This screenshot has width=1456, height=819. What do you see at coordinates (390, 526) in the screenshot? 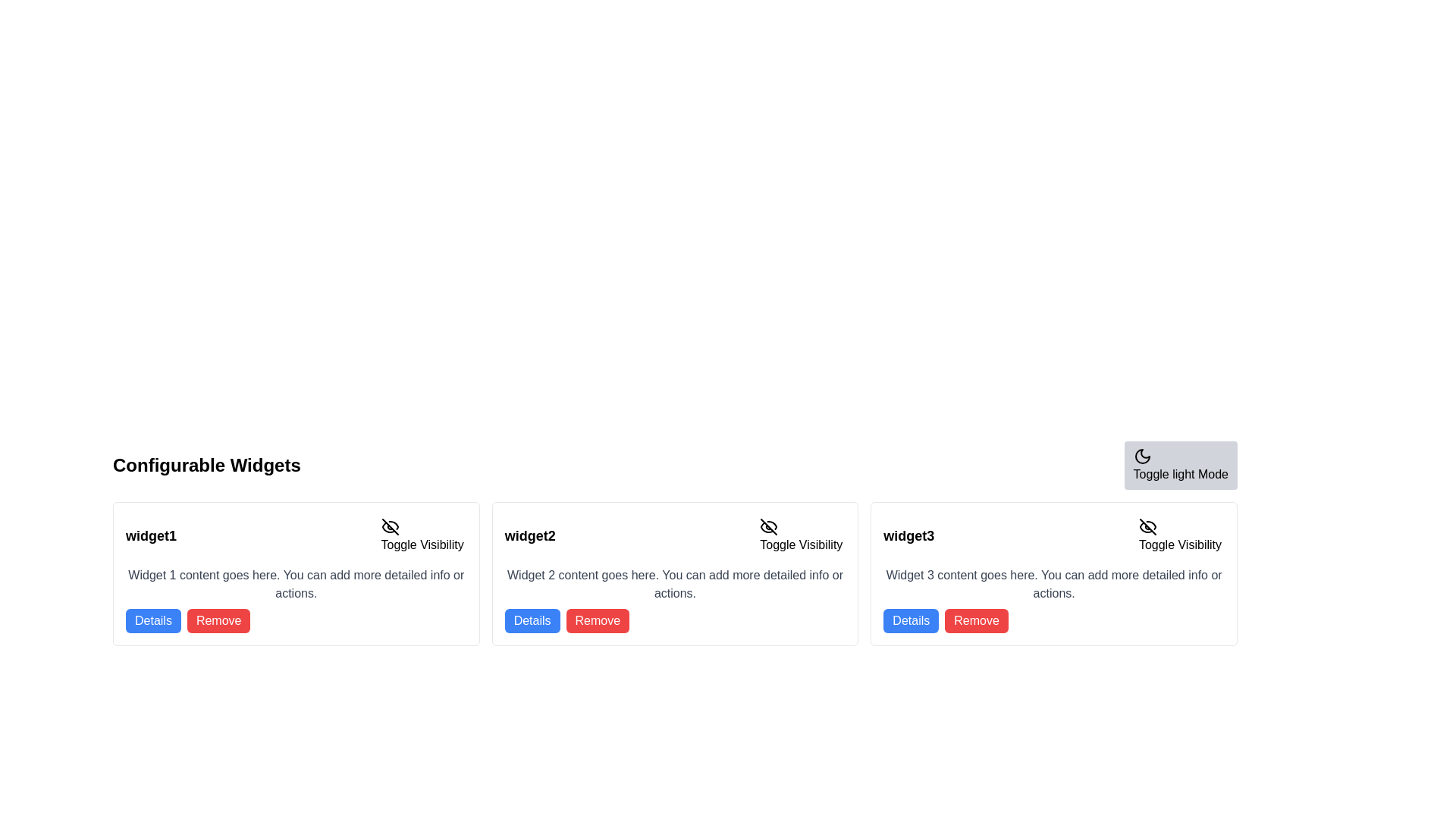
I see `the state of the visibility toggle icon located at the top-center part of the 'widget1' card, which indicates whether the associated widget is currently hidden or not visible` at bounding box center [390, 526].